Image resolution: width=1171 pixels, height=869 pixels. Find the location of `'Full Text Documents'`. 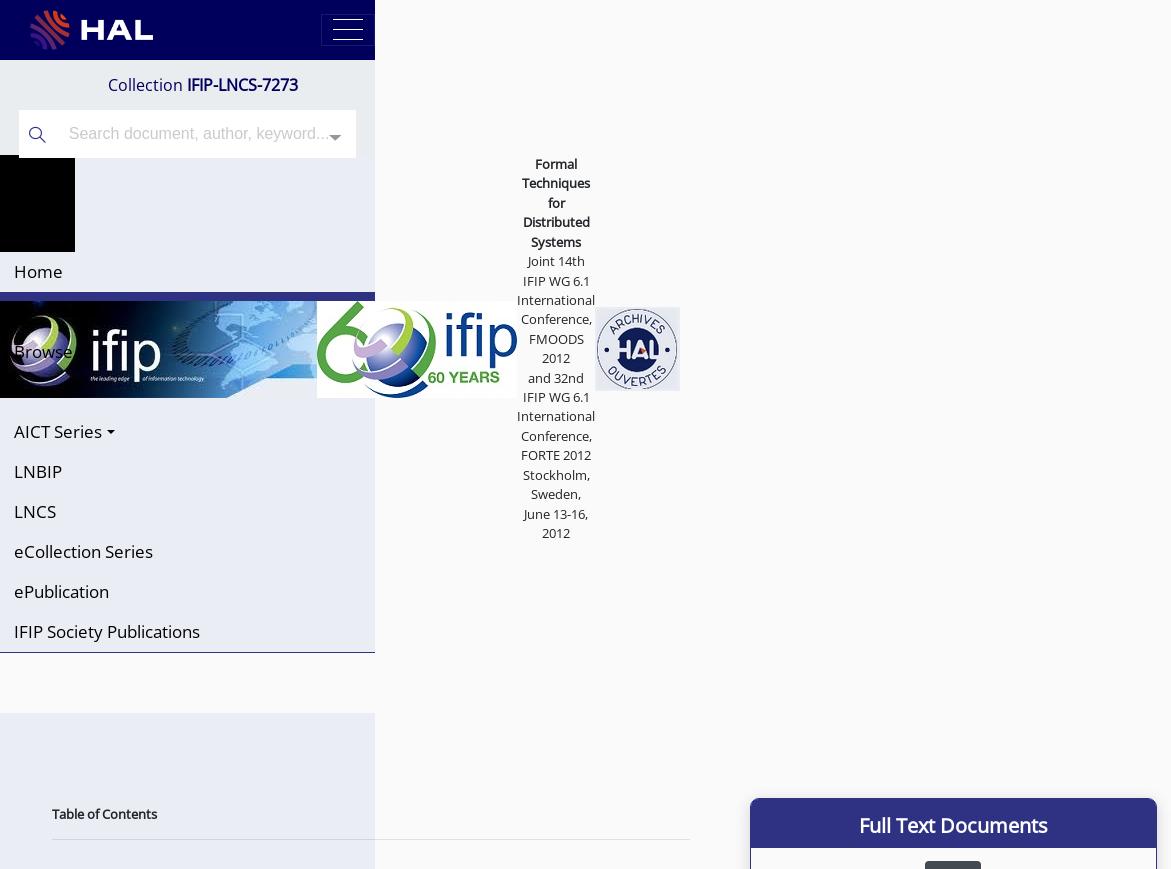

'Full Text Documents' is located at coordinates (952, 824).